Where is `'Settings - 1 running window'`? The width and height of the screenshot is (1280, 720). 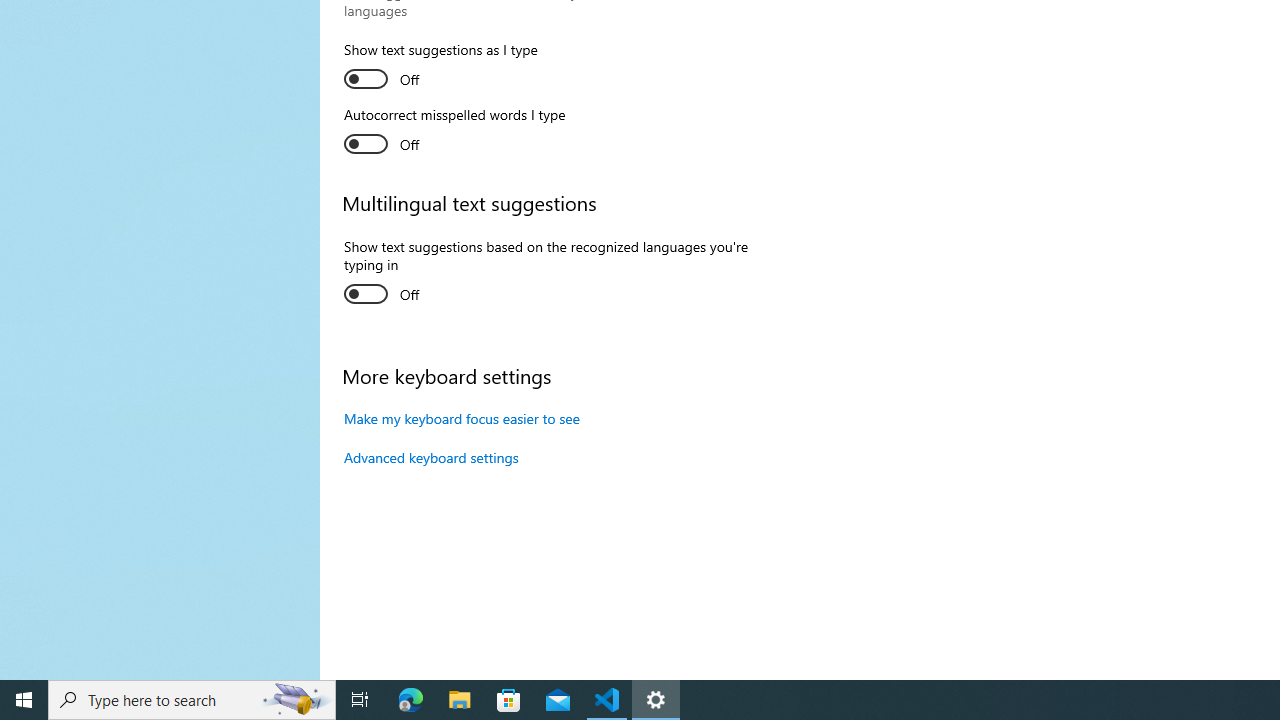
'Settings - 1 running window' is located at coordinates (656, 698).